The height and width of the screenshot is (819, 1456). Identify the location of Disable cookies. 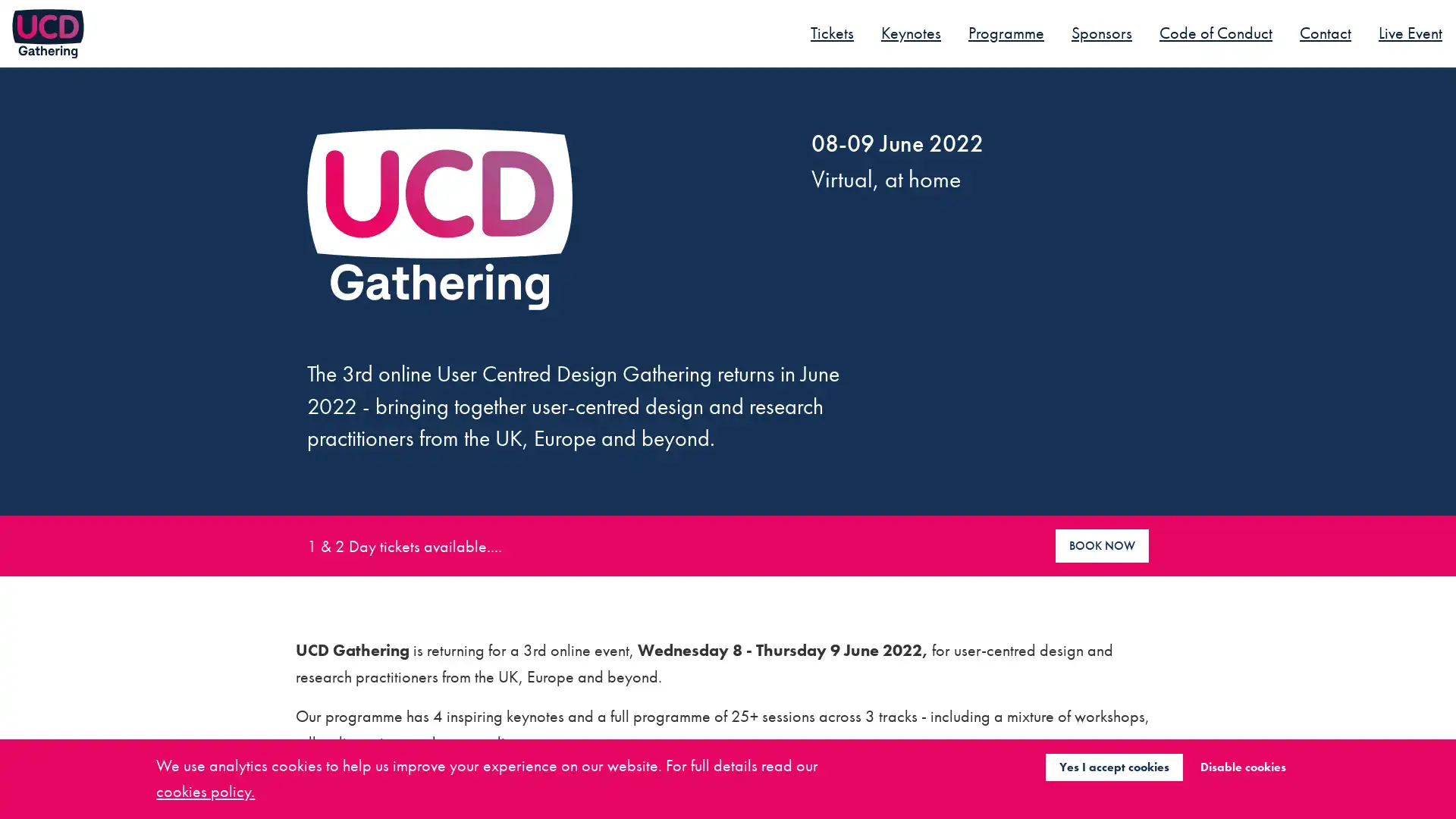
(1242, 766).